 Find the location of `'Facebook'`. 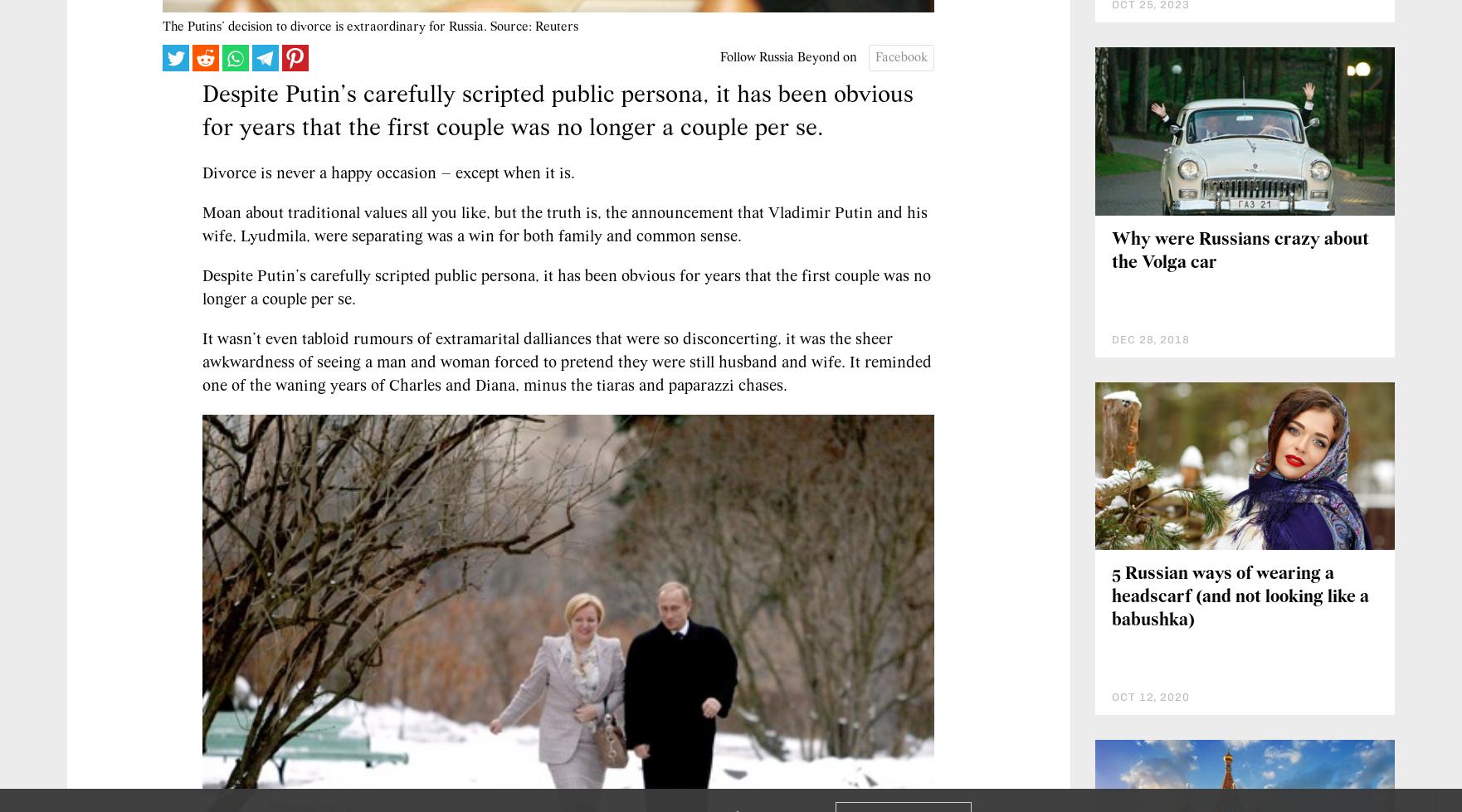

'Facebook' is located at coordinates (901, 57).